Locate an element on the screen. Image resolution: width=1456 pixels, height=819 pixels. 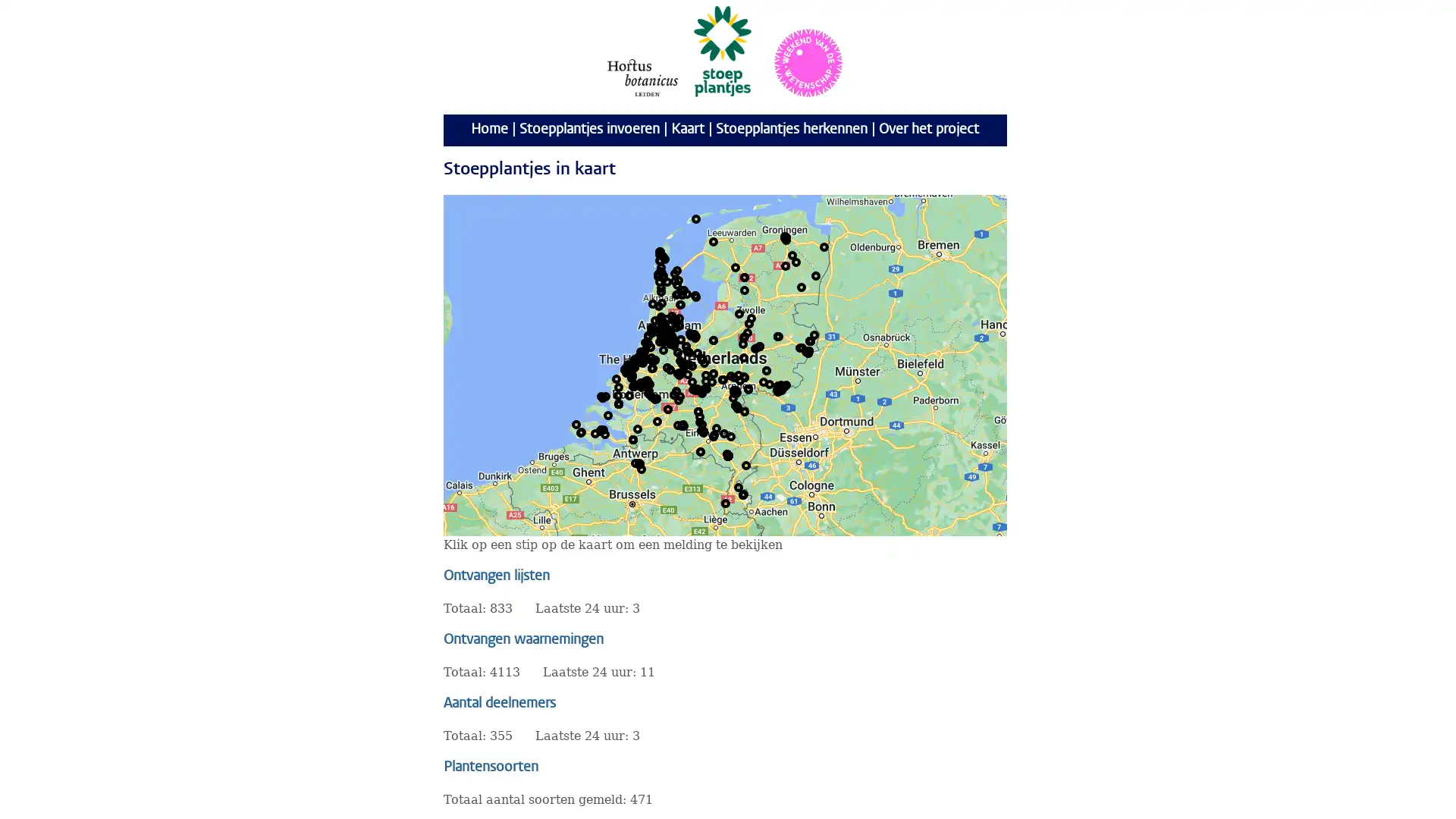
Telling van Edward Brans op 13 oktober 2021 is located at coordinates (619, 385).